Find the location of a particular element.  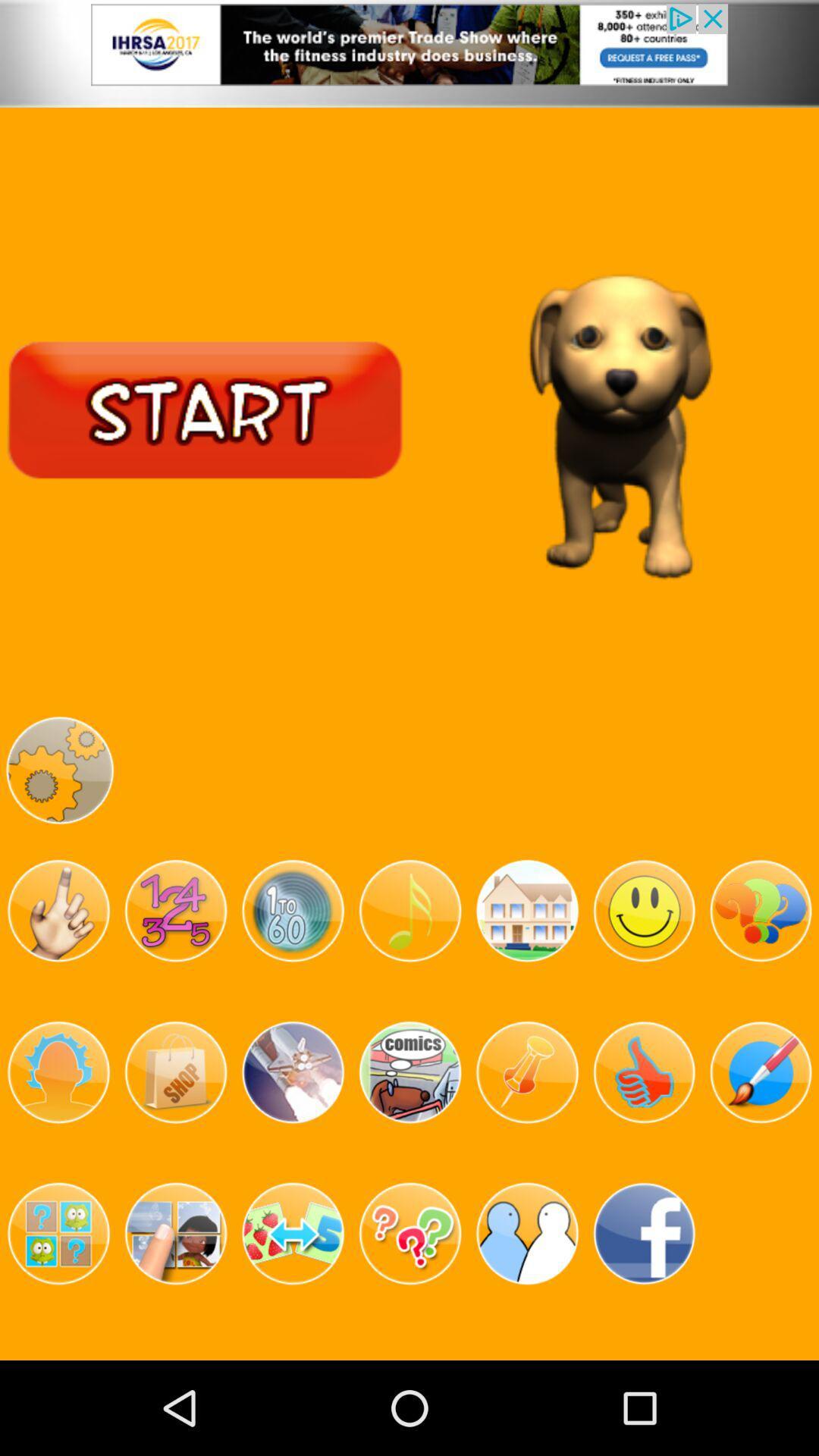

the facebook icon is located at coordinates (644, 1319).